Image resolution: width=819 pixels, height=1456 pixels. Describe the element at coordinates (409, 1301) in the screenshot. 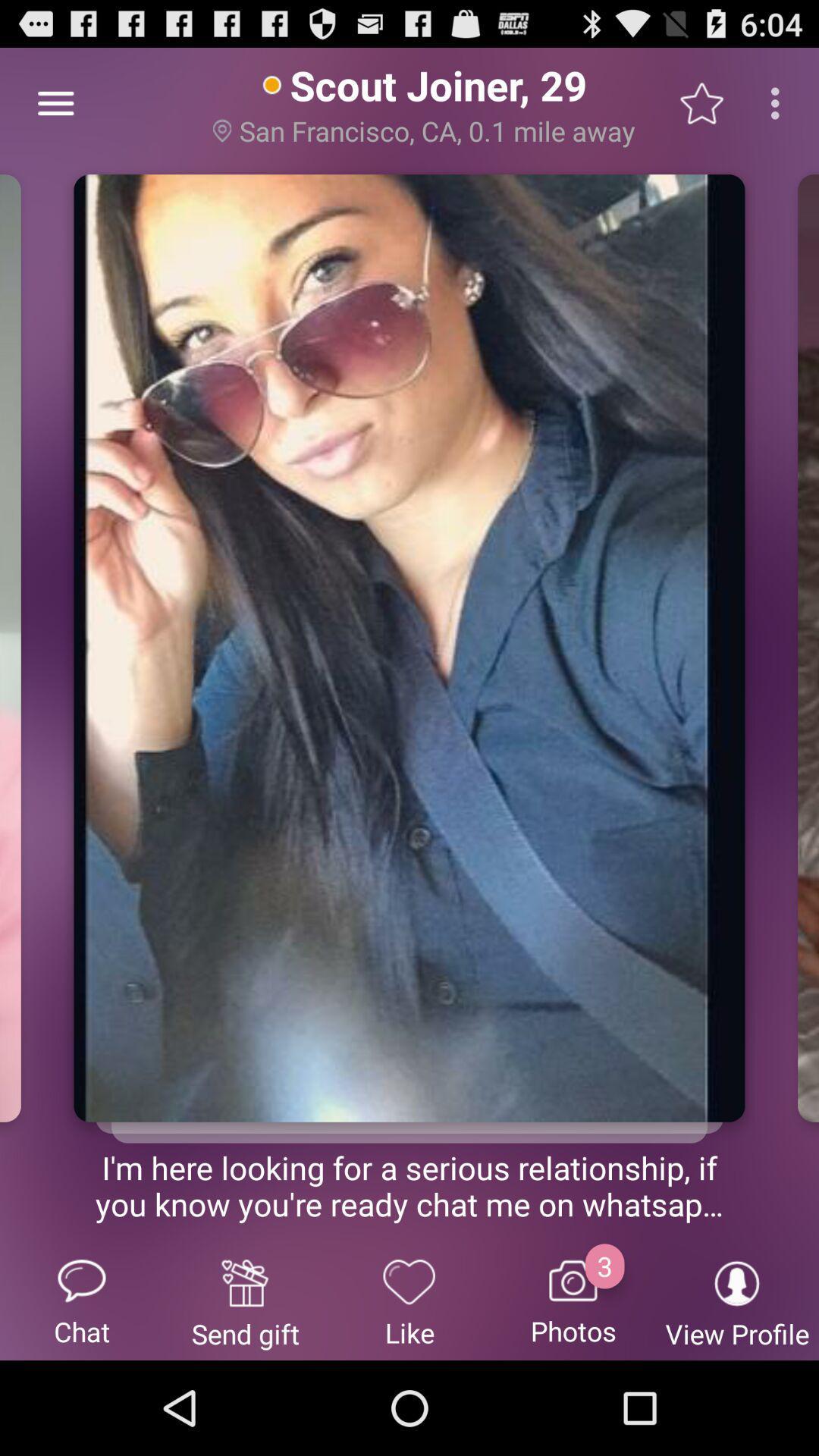

I see `the like with heart symbol` at that location.